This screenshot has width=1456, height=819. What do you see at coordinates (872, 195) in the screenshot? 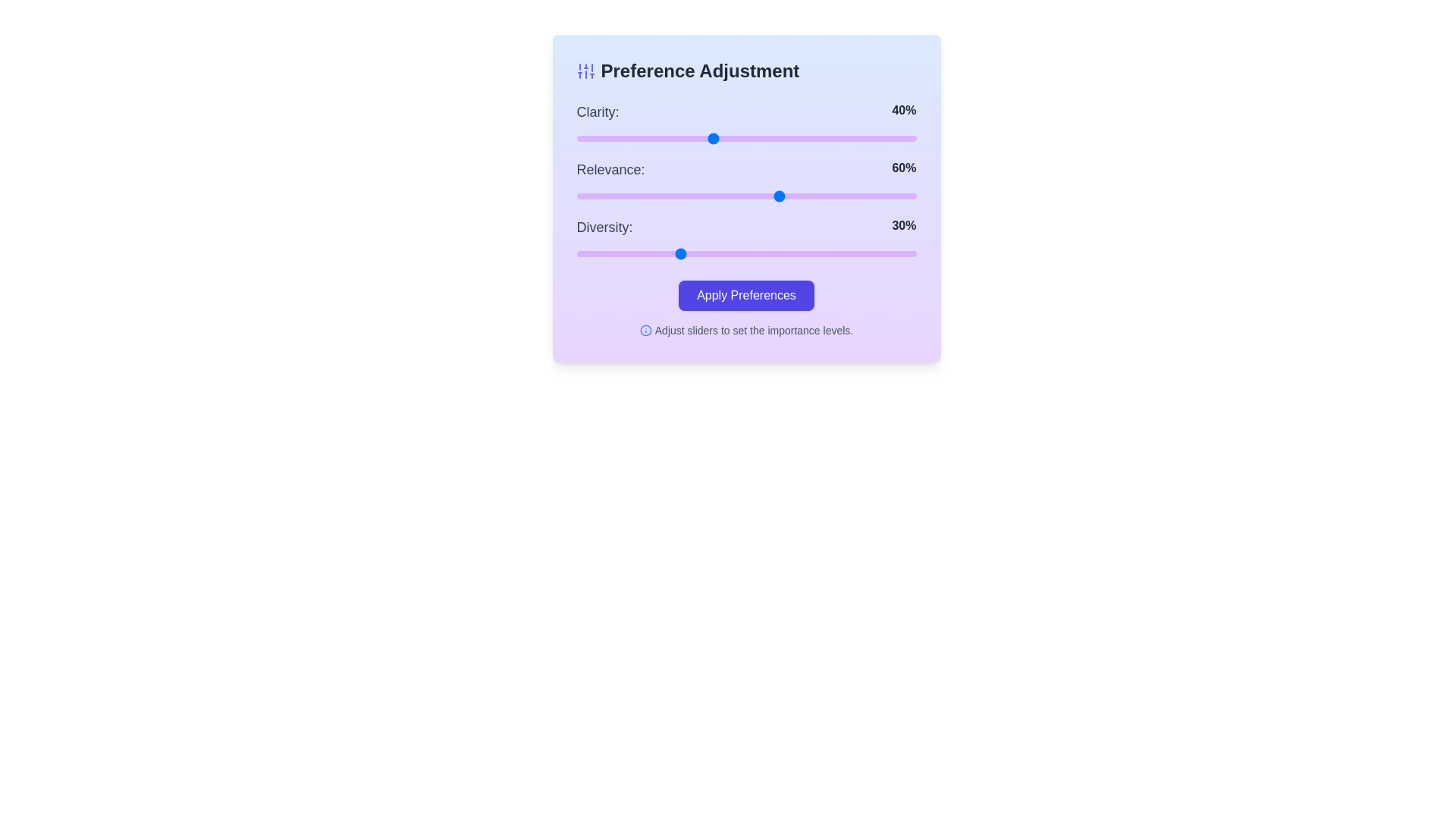
I see `the 1 slider to 87%` at bounding box center [872, 195].